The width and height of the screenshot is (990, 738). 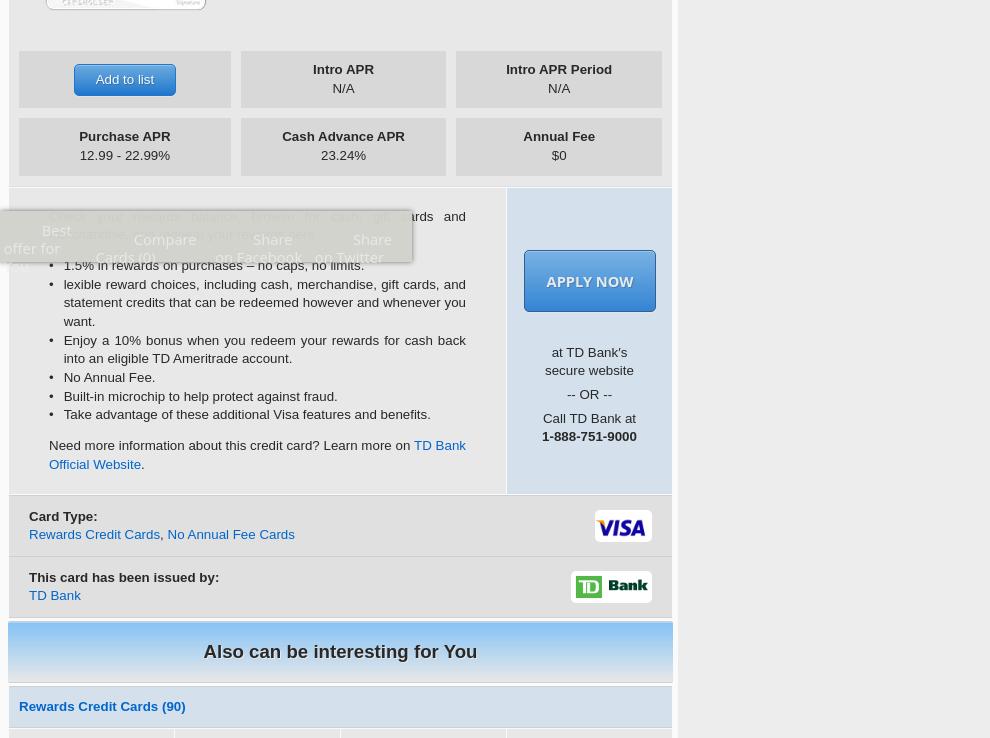 What do you see at coordinates (558, 69) in the screenshot?
I see `'Intro APR Period'` at bounding box center [558, 69].